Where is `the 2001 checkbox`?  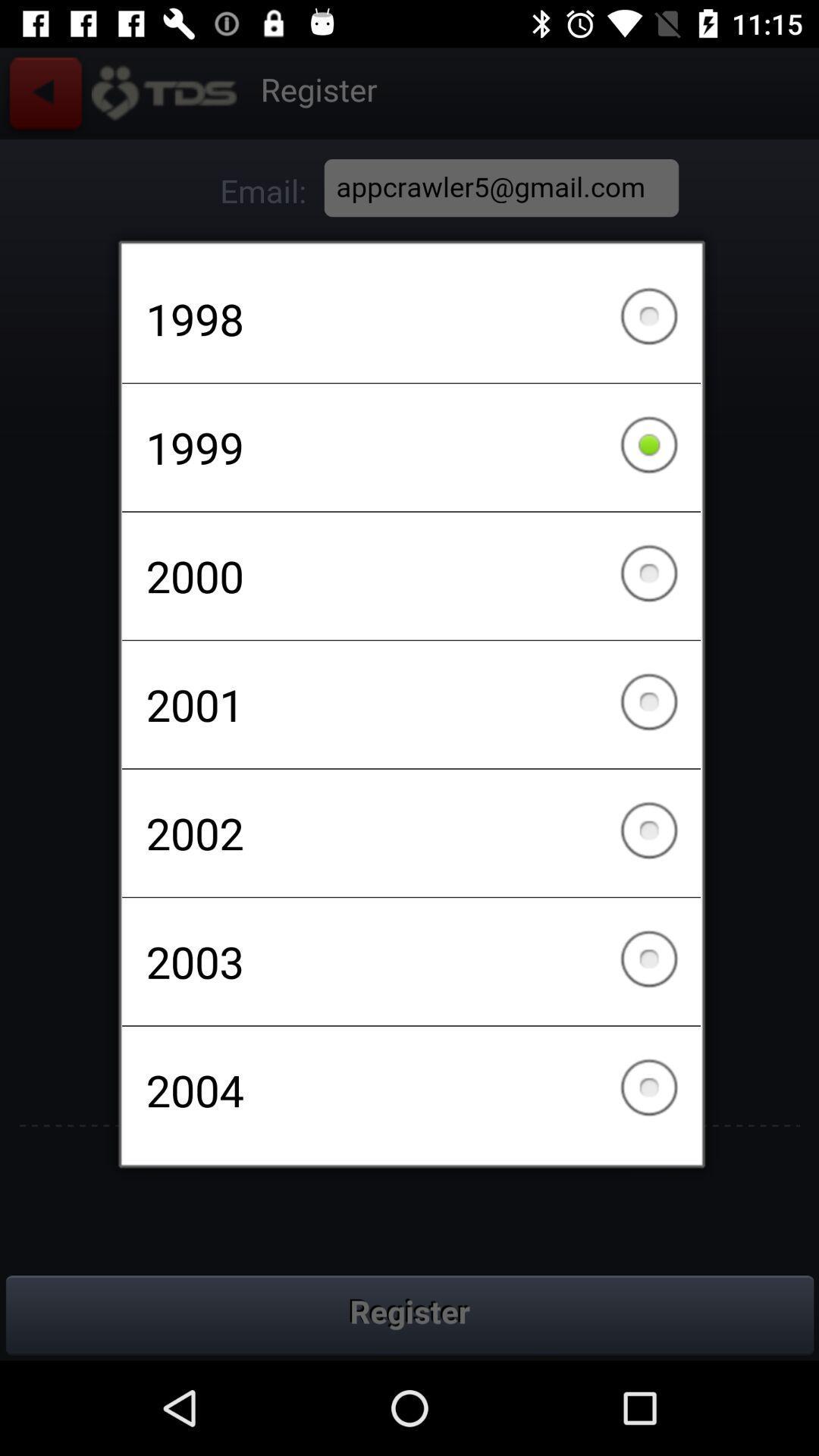
the 2001 checkbox is located at coordinates (411, 704).